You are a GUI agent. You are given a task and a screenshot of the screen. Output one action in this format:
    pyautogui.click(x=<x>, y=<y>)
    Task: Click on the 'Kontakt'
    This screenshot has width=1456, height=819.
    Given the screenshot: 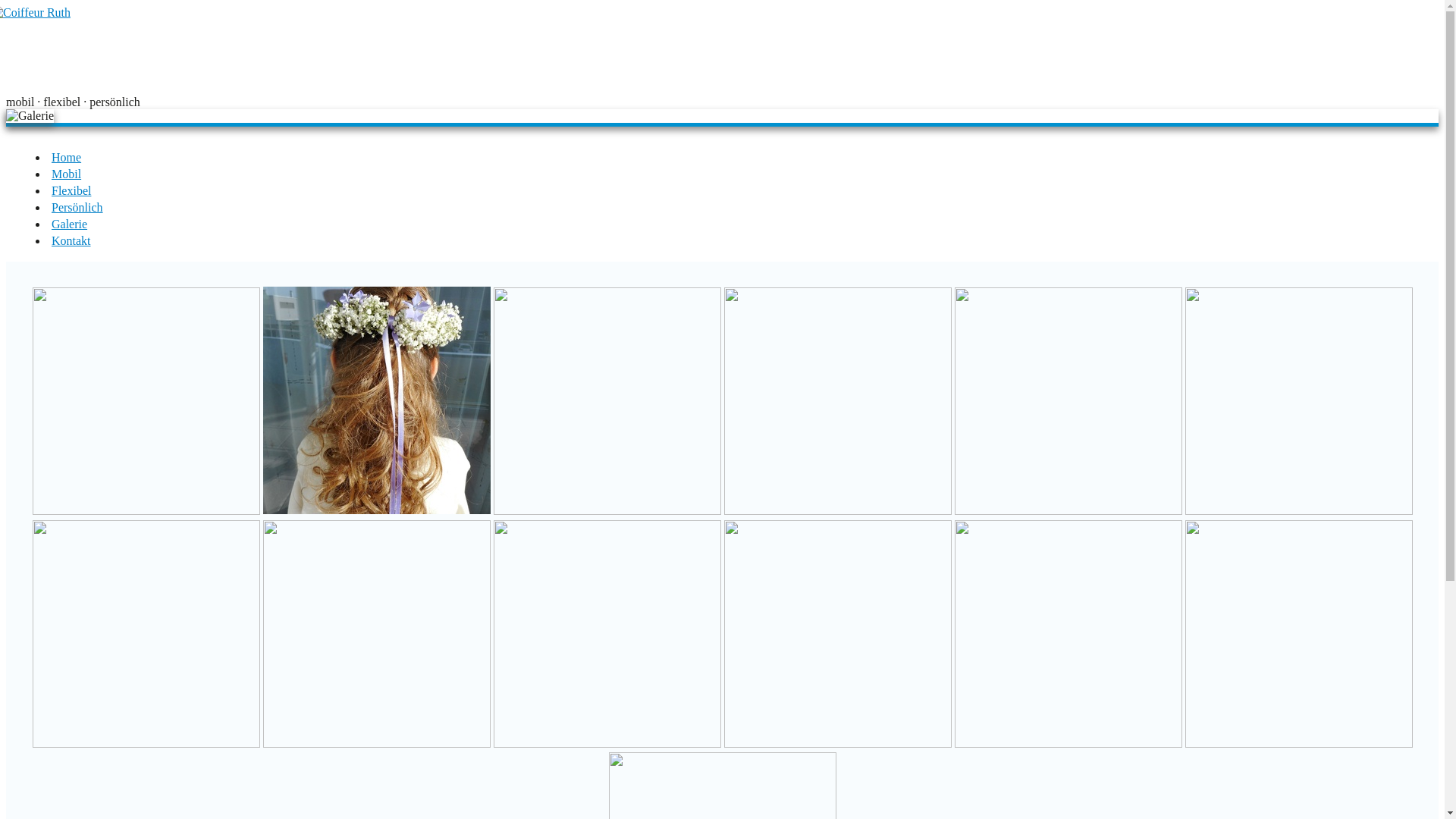 What is the action you would take?
    pyautogui.click(x=51, y=240)
    